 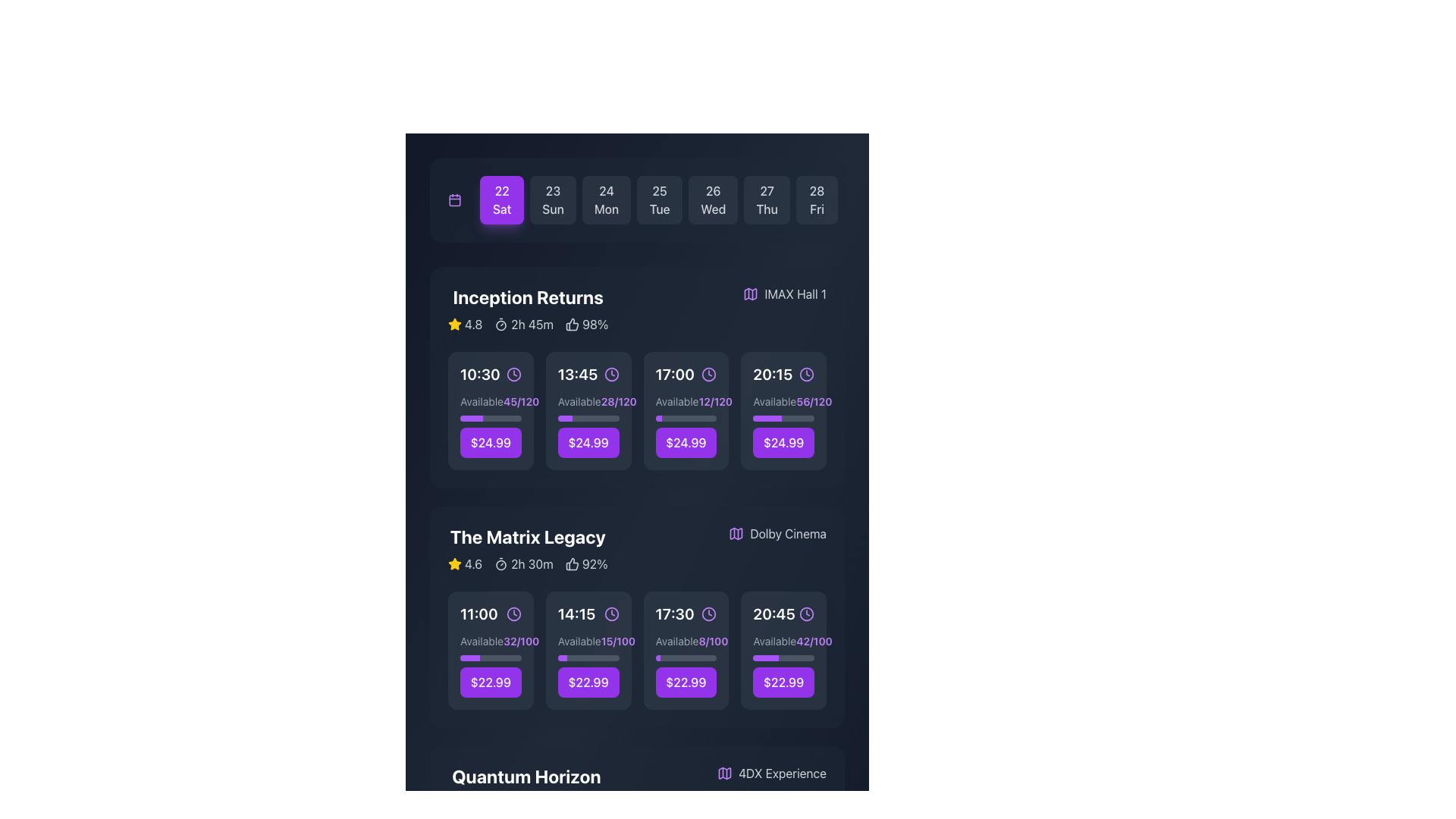 I want to click on the progress bar for the movie 'The Matrix Legacy' at 11:00 to understand seat availability visually, so click(x=491, y=665).